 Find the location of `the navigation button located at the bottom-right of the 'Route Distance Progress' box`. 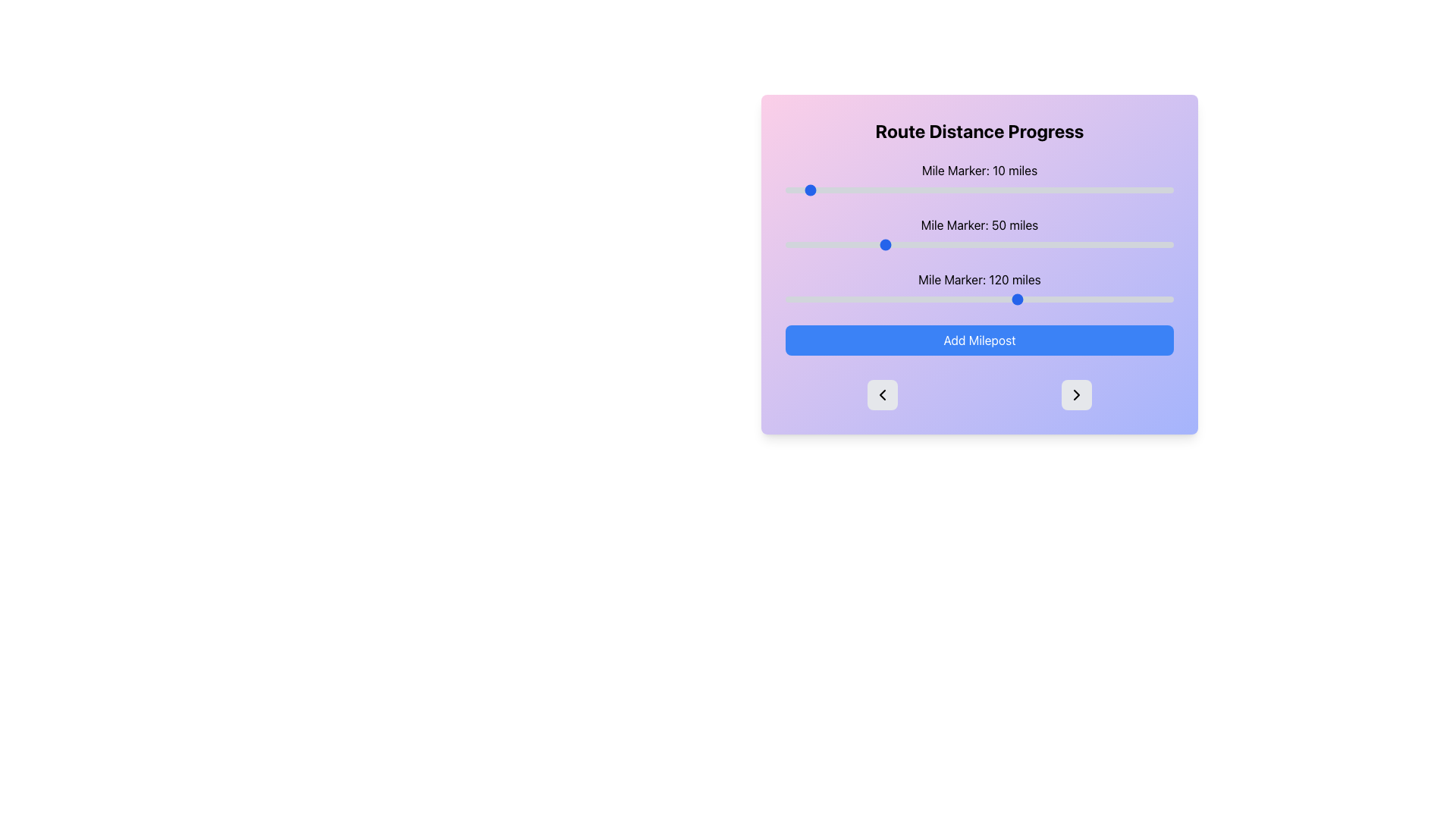

the navigation button located at the bottom-right of the 'Route Distance Progress' box is located at coordinates (1076, 394).